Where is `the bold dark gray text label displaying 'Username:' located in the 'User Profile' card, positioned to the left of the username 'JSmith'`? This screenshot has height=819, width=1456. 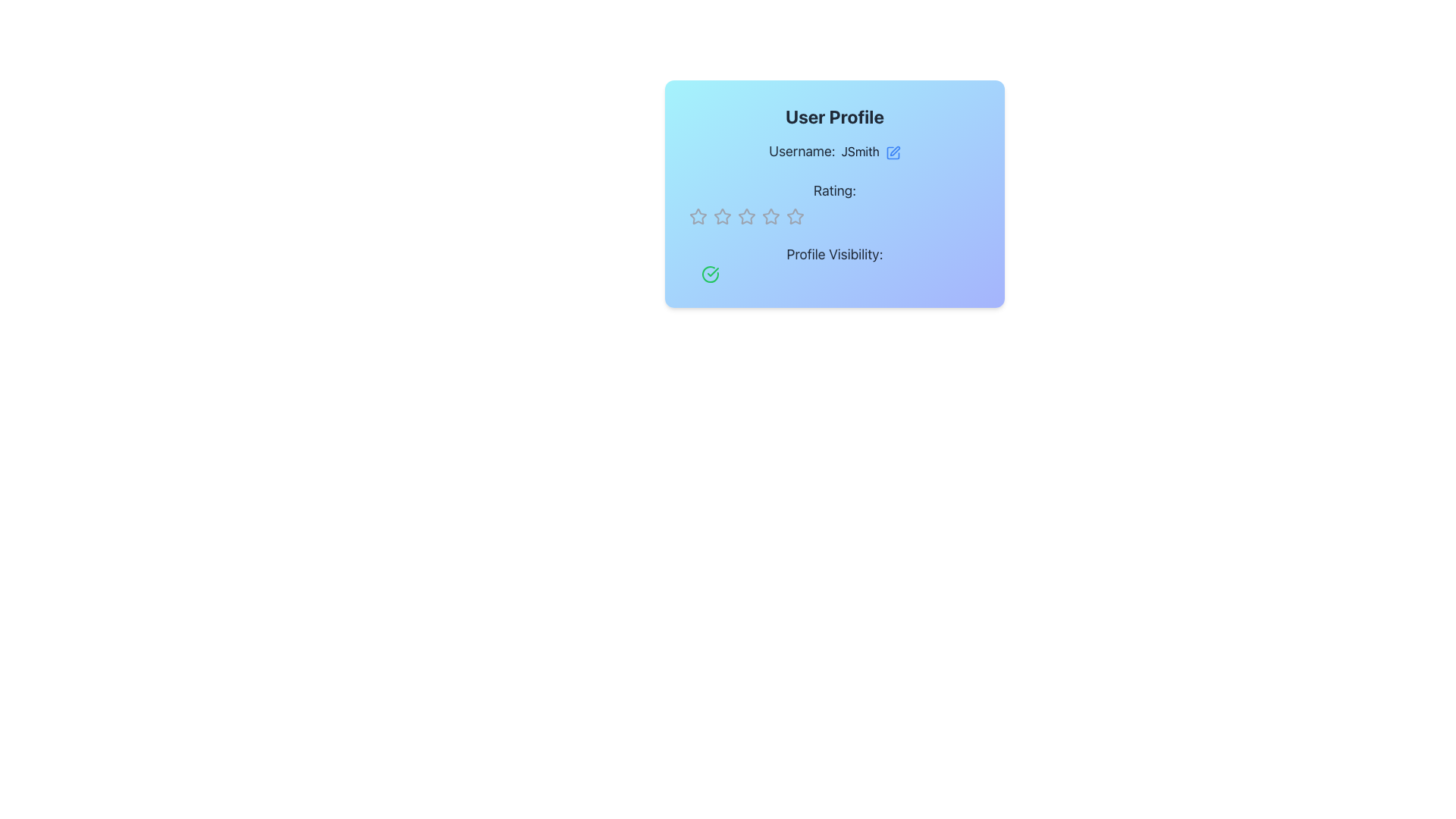
the bold dark gray text label displaying 'Username:' located in the 'User Profile' card, positioned to the left of the username 'JSmith' is located at coordinates (801, 151).